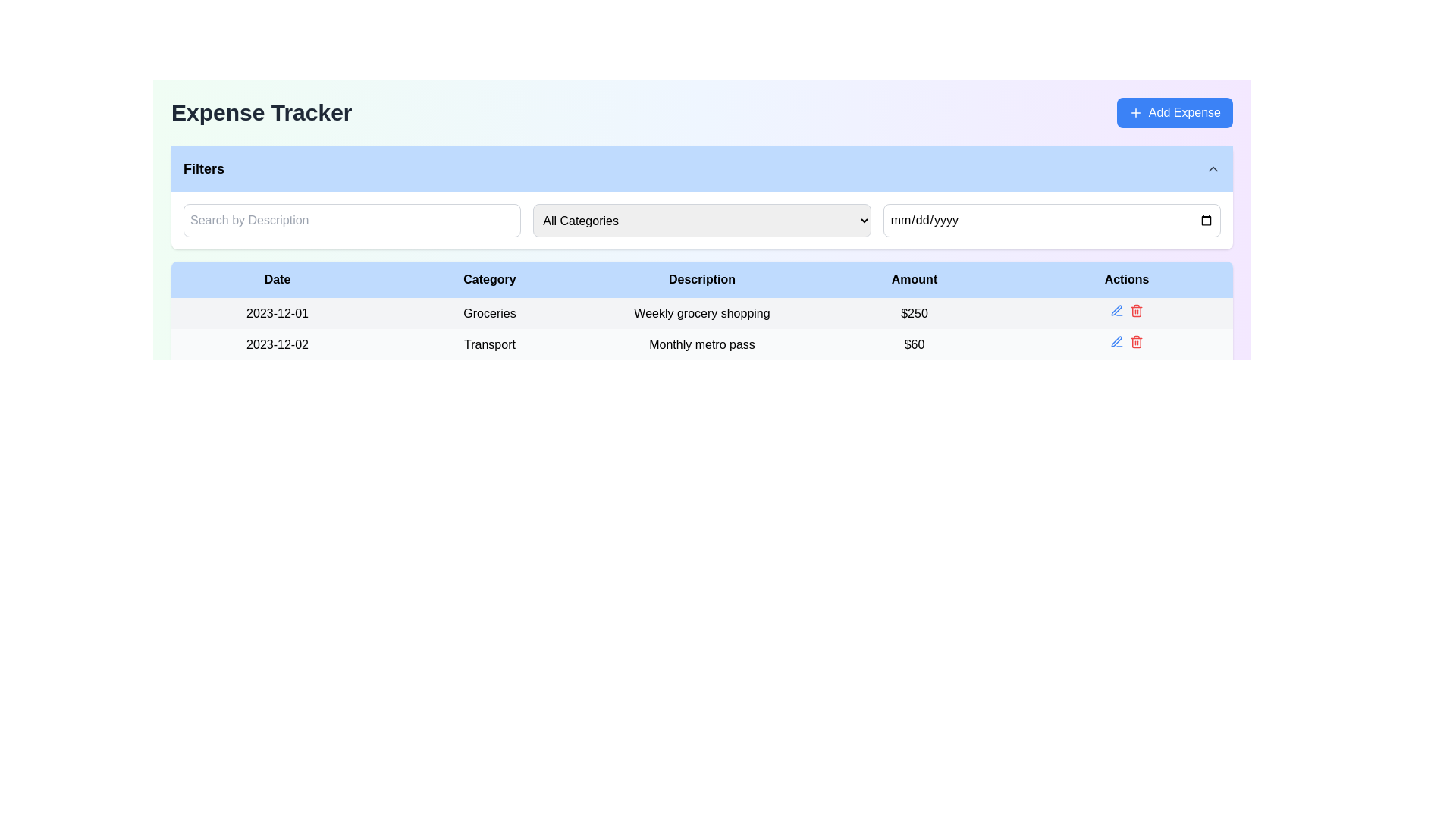 The height and width of the screenshot is (819, 1456). What do you see at coordinates (1135, 112) in the screenshot?
I see `the SVG graphic icon on the left side of the 'Add Expense' button` at bounding box center [1135, 112].